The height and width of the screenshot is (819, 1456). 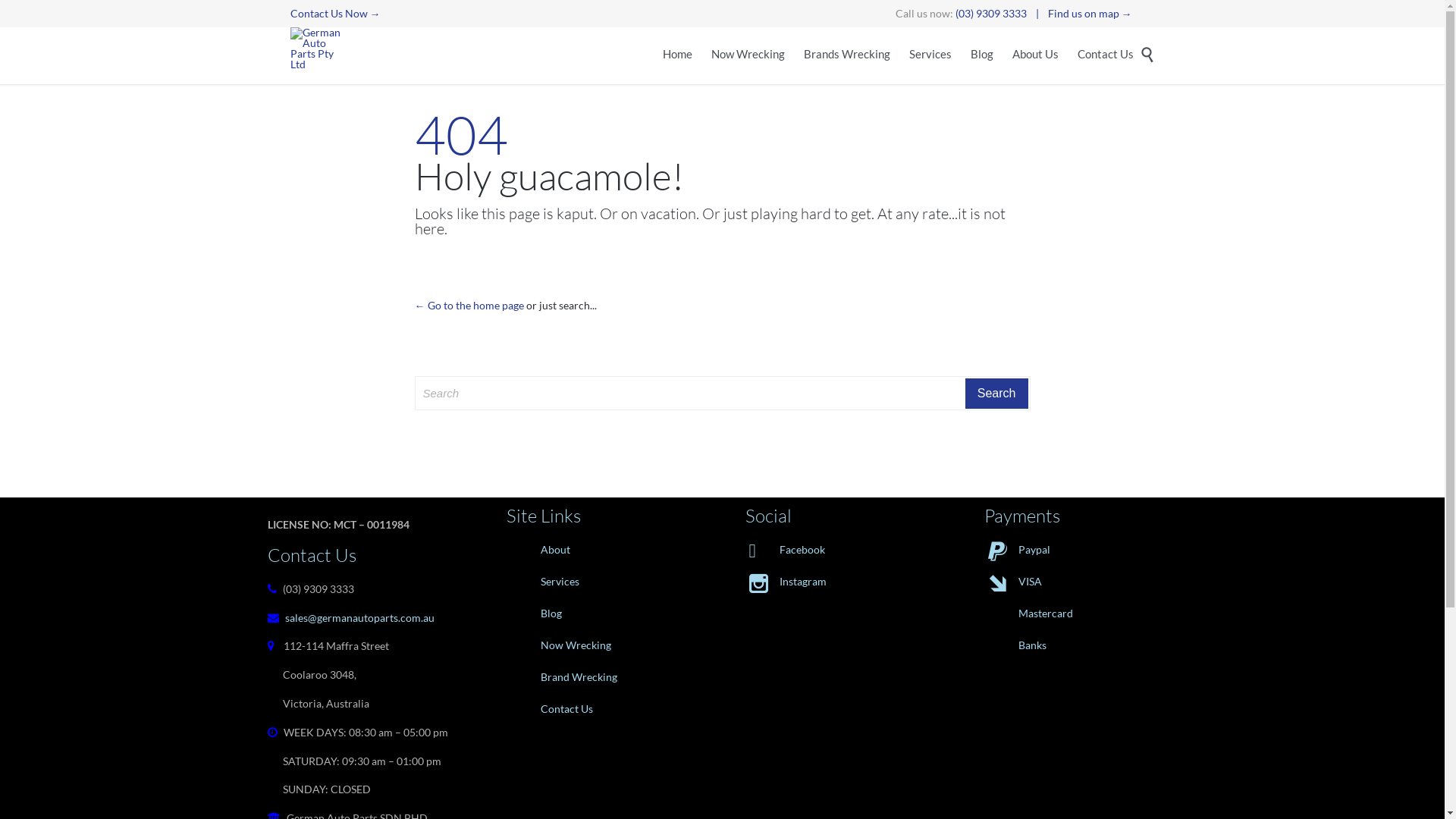 What do you see at coordinates (318, 48) in the screenshot?
I see `'German Auto Parts Pty Ltd'` at bounding box center [318, 48].